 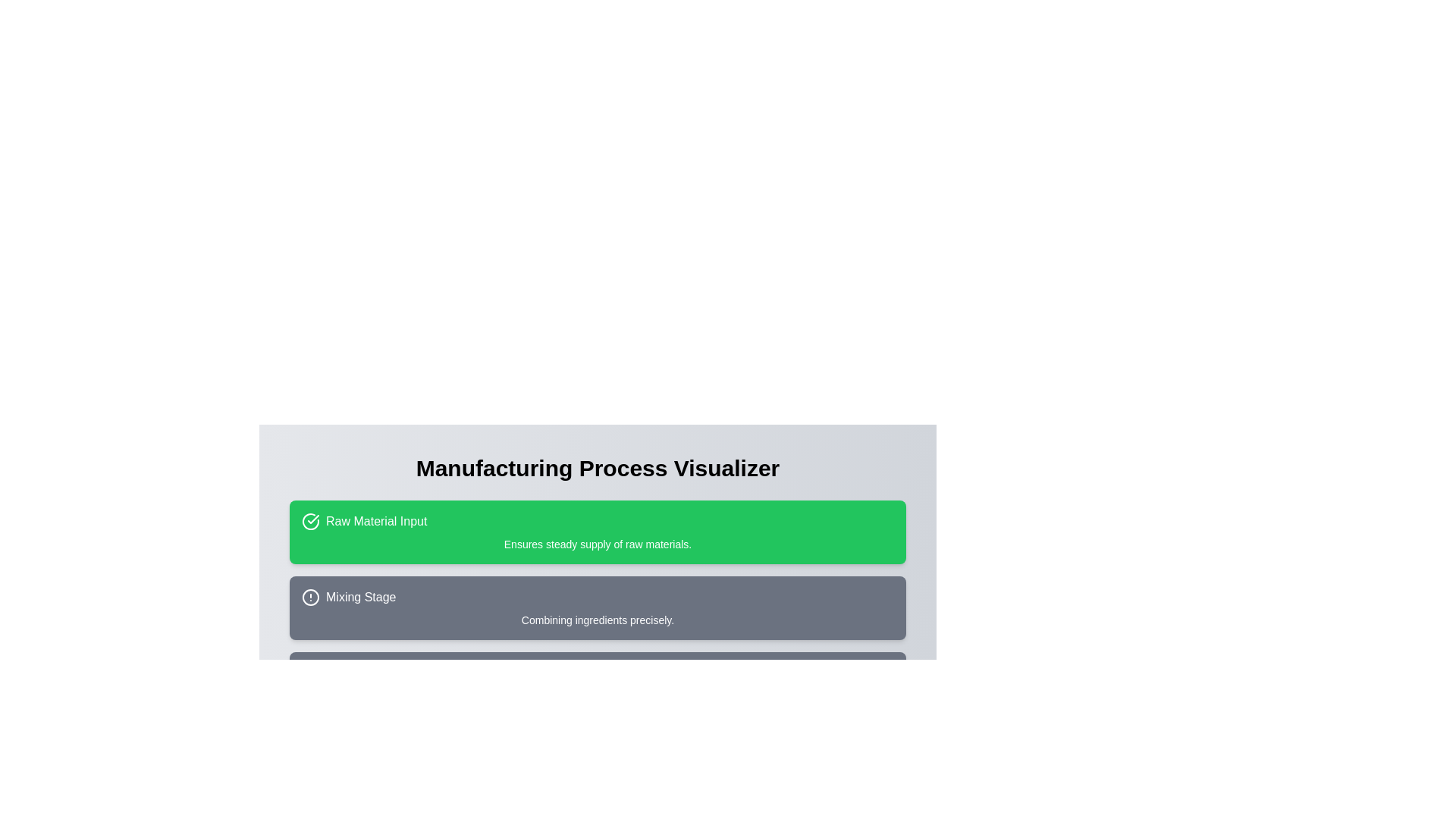 I want to click on the text element displaying 'Ensures steady supply of raw materials.' which is located below the 'Raw Material Input' heading in a green background, so click(x=597, y=543).